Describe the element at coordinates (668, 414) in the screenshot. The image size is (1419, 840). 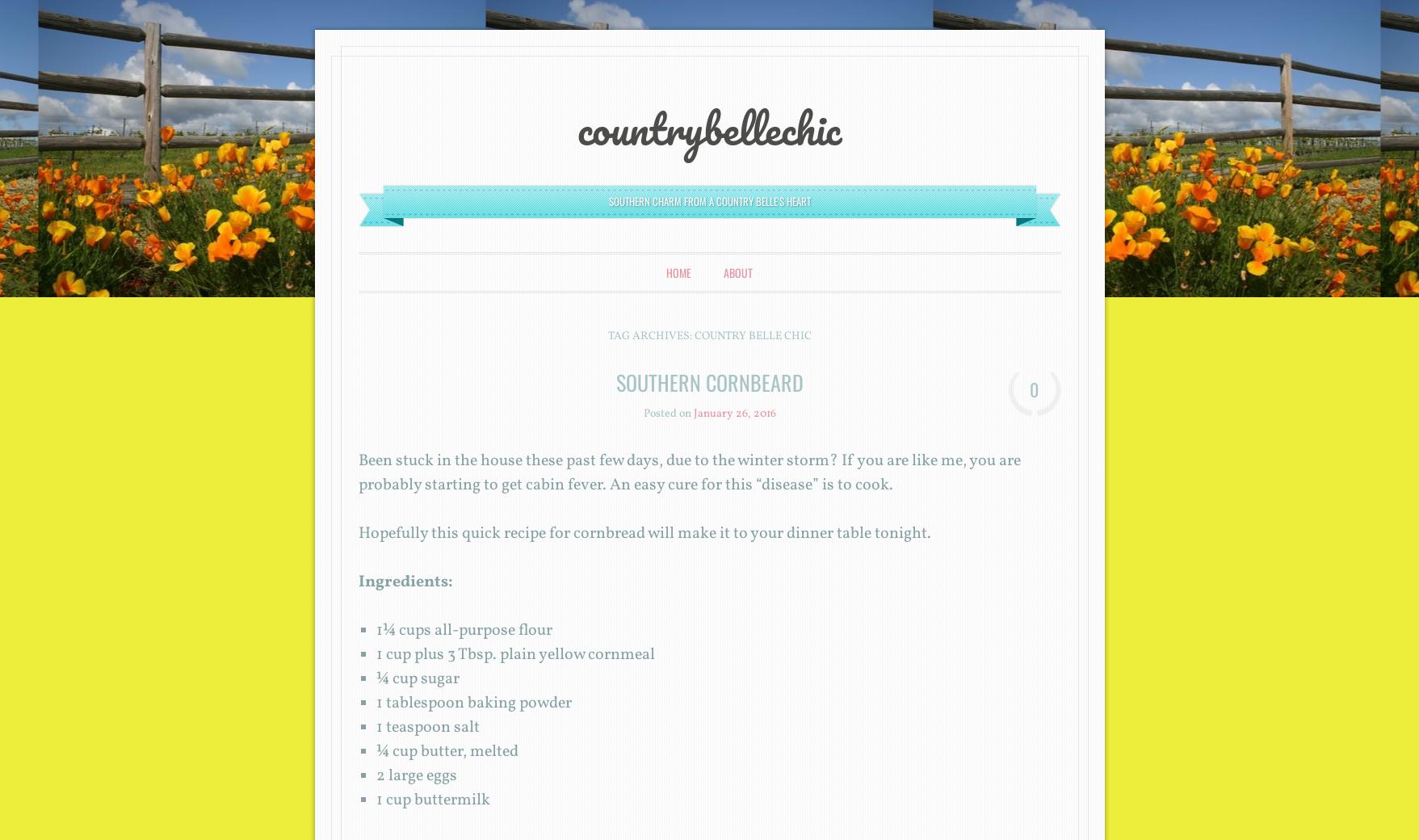
I see `'Posted on'` at that location.